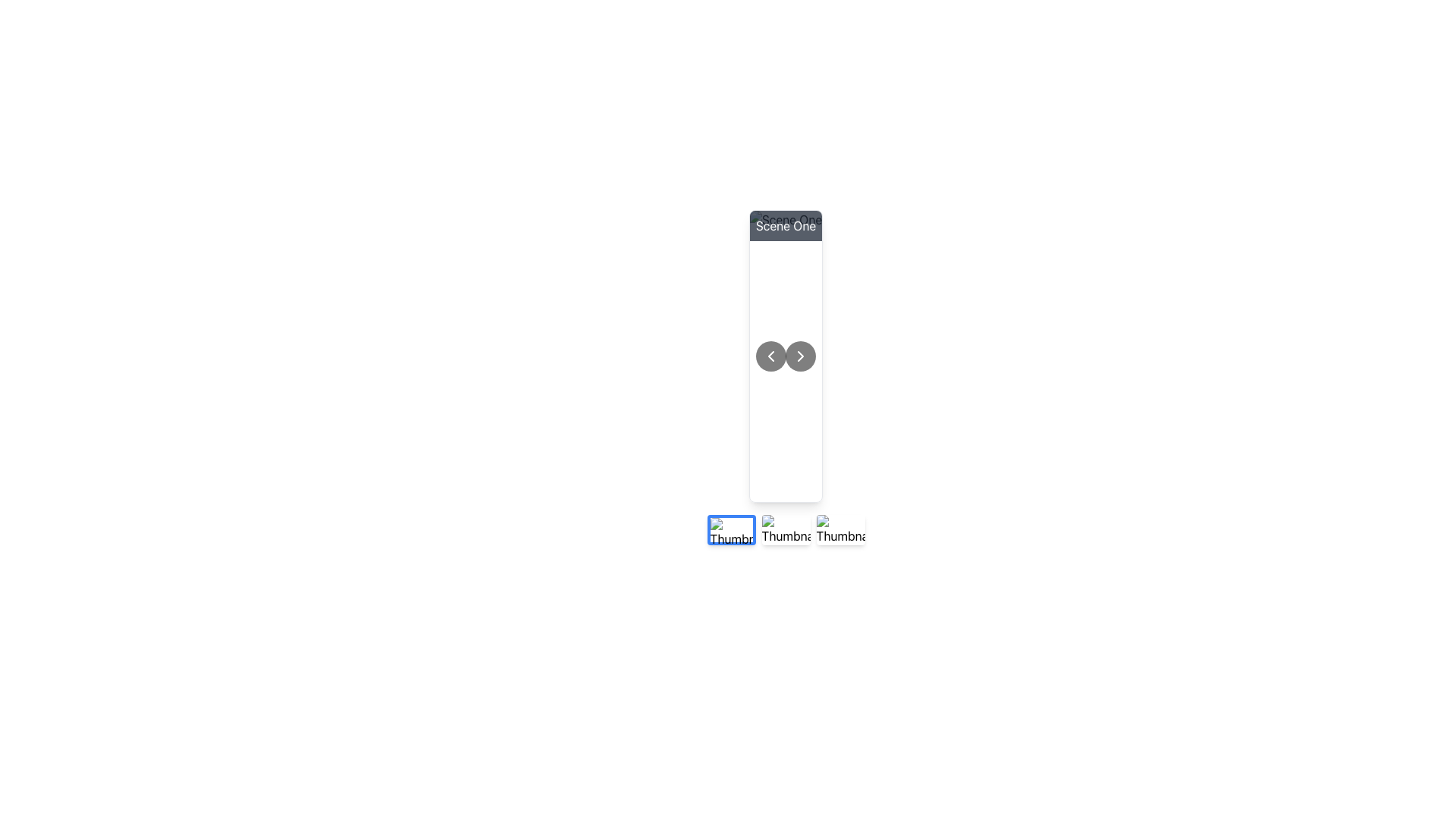 The width and height of the screenshot is (1456, 819). What do you see at coordinates (800, 356) in the screenshot?
I see `the circular button with a grey background and a white chevron pointing to the right, located in the card labeled 'Scene One'` at bounding box center [800, 356].